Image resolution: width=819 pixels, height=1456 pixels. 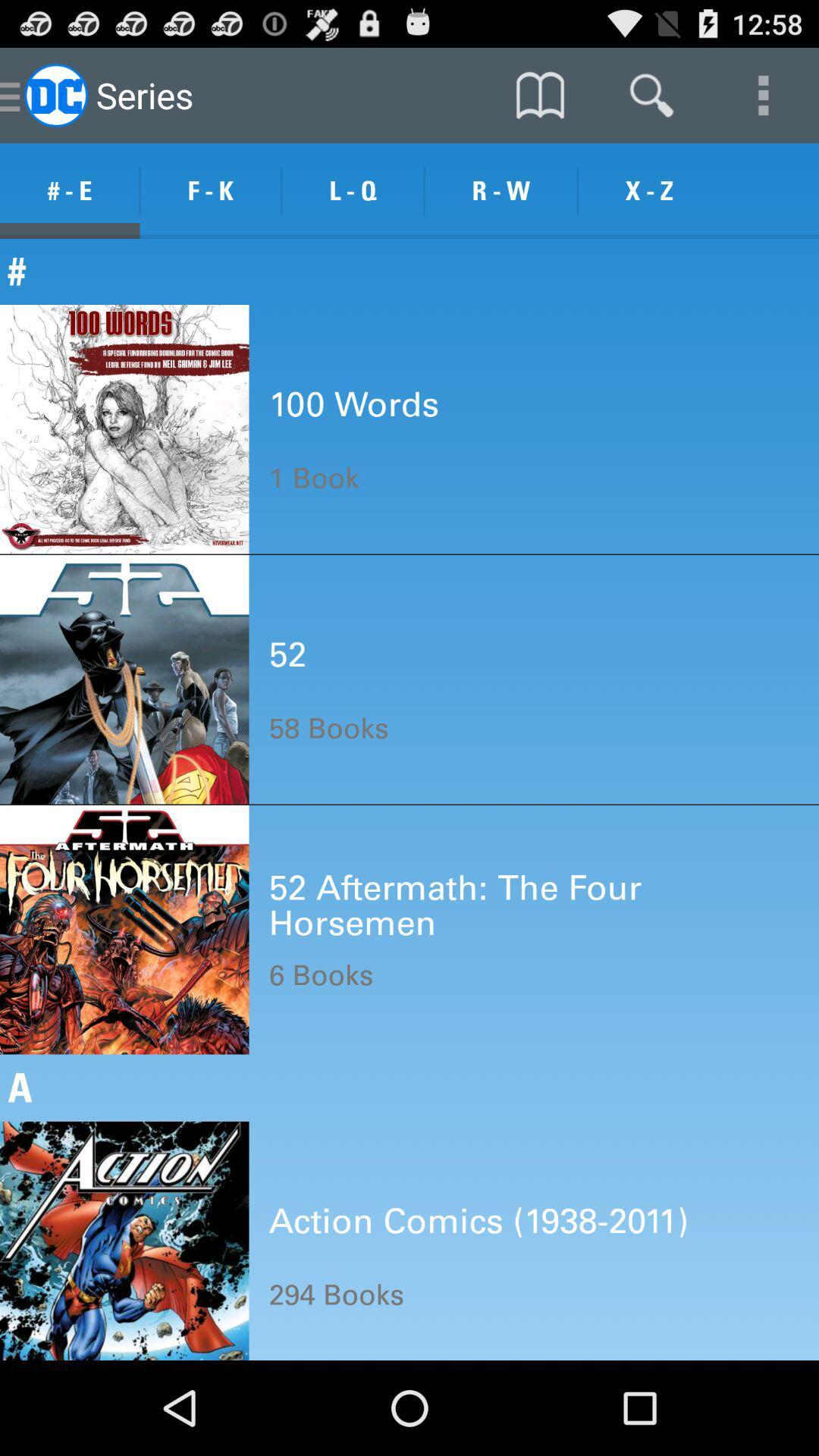 I want to click on item next to the l - q, so click(x=210, y=190).